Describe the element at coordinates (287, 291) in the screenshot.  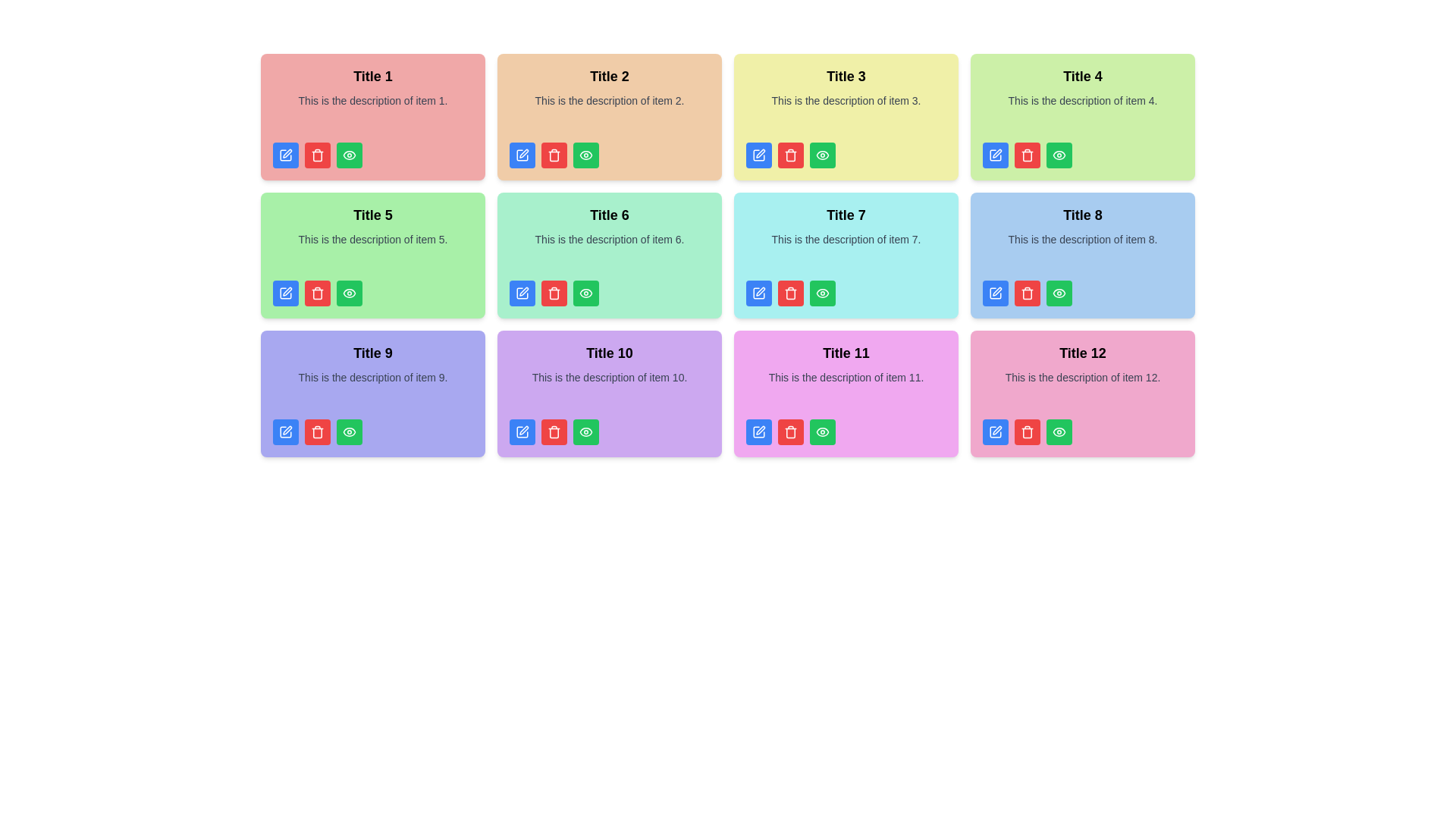
I see `the edit button for 'Title 5' using keyboard navigation` at that location.